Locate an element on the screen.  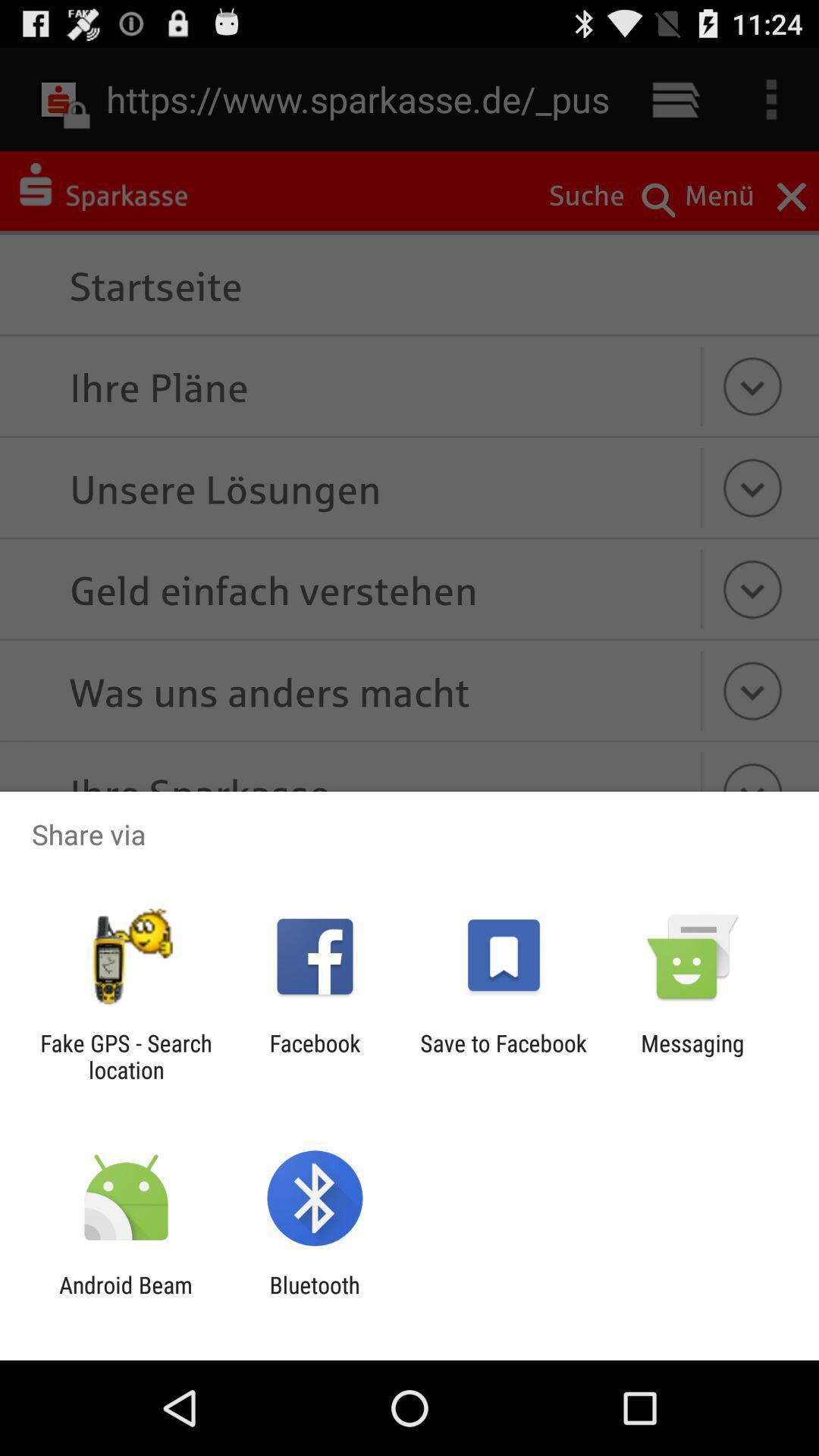
icon to the right of facebook app is located at coordinates (504, 1056).